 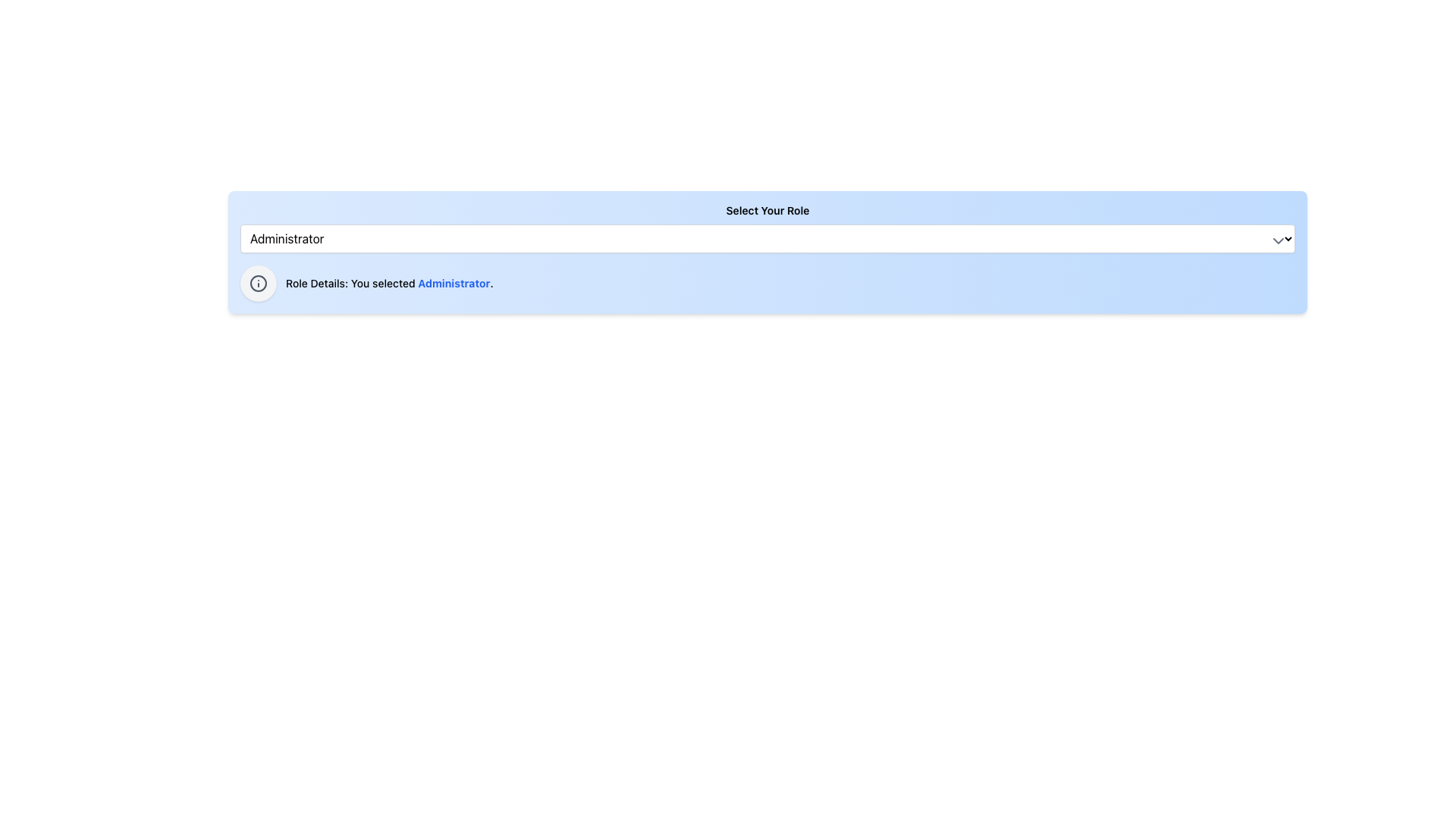 What do you see at coordinates (389, 284) in the screenshot?
I see `the Text Label that provides feedback for the selected role 'Administrator', located near the bottom of the interface, right of the information icon and below the role dropdown menu` at bounding box center [389, 284].